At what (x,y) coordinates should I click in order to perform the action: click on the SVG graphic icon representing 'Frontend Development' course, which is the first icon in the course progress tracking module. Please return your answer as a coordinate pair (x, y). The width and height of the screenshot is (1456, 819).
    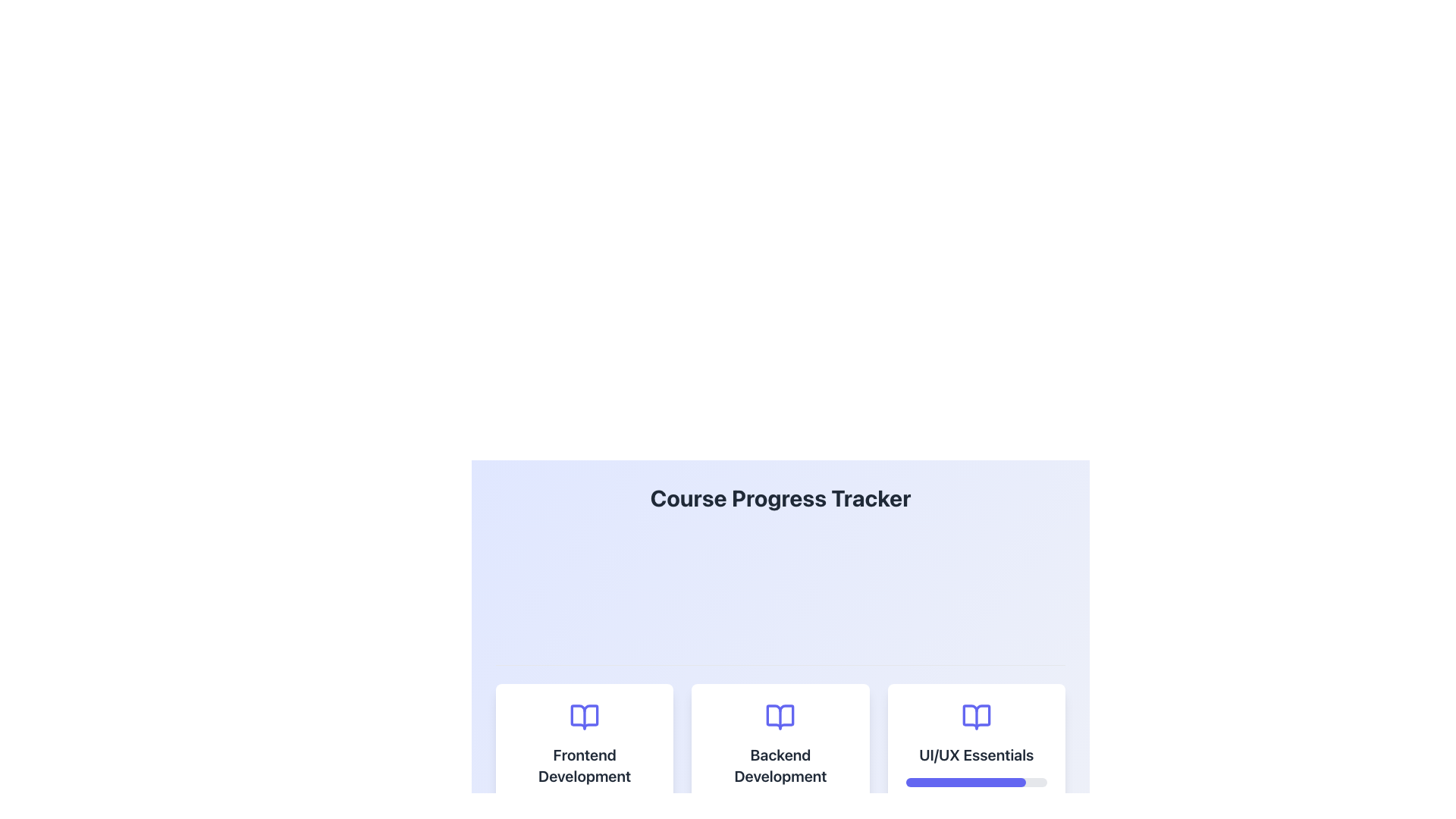
    Looking at the image, I should click on (584, 717).